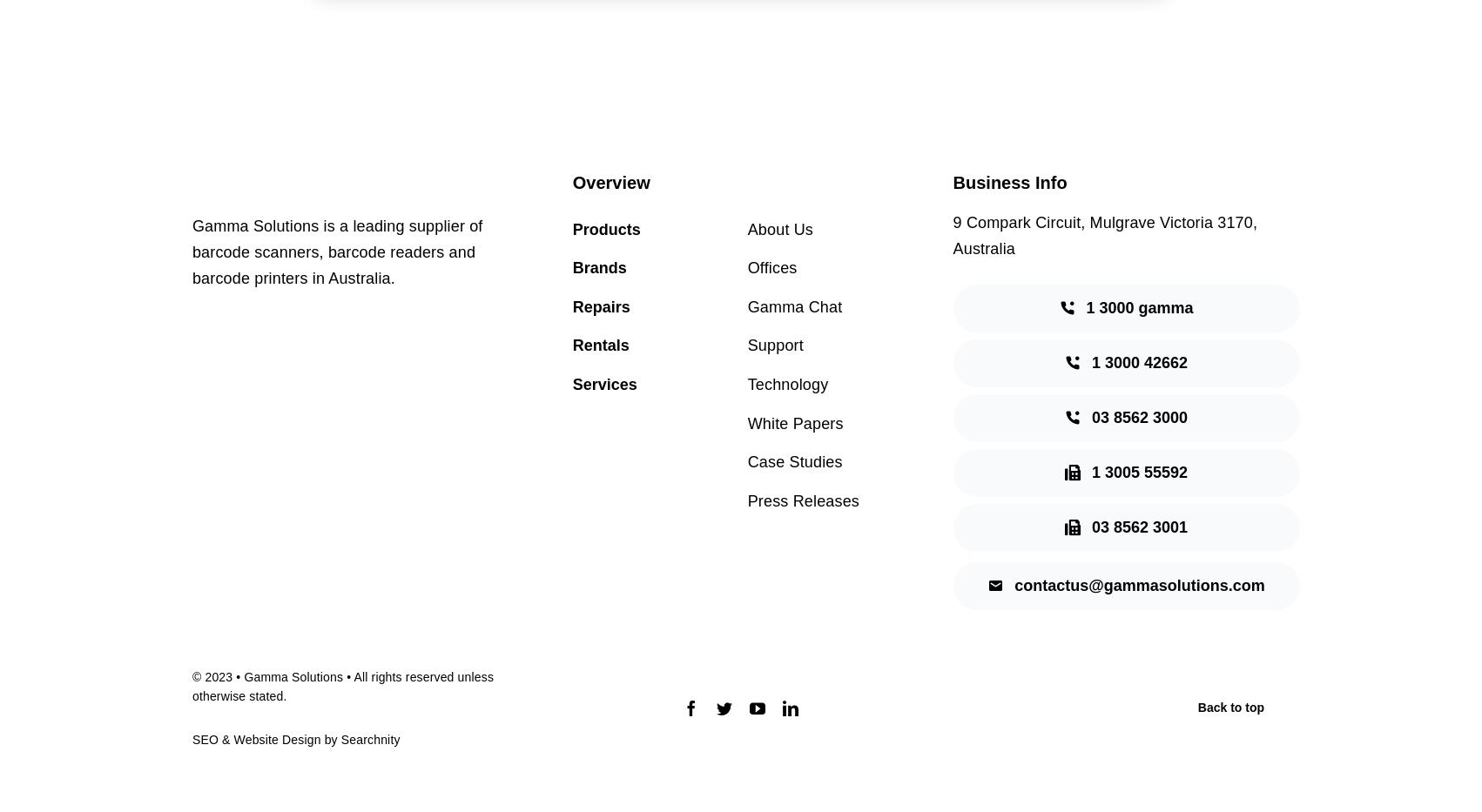 This screenshot has height=812, width=1482. Describe the element at coordinates (1229, 708) in the screenshot. I see `'Back to top'` at that location.